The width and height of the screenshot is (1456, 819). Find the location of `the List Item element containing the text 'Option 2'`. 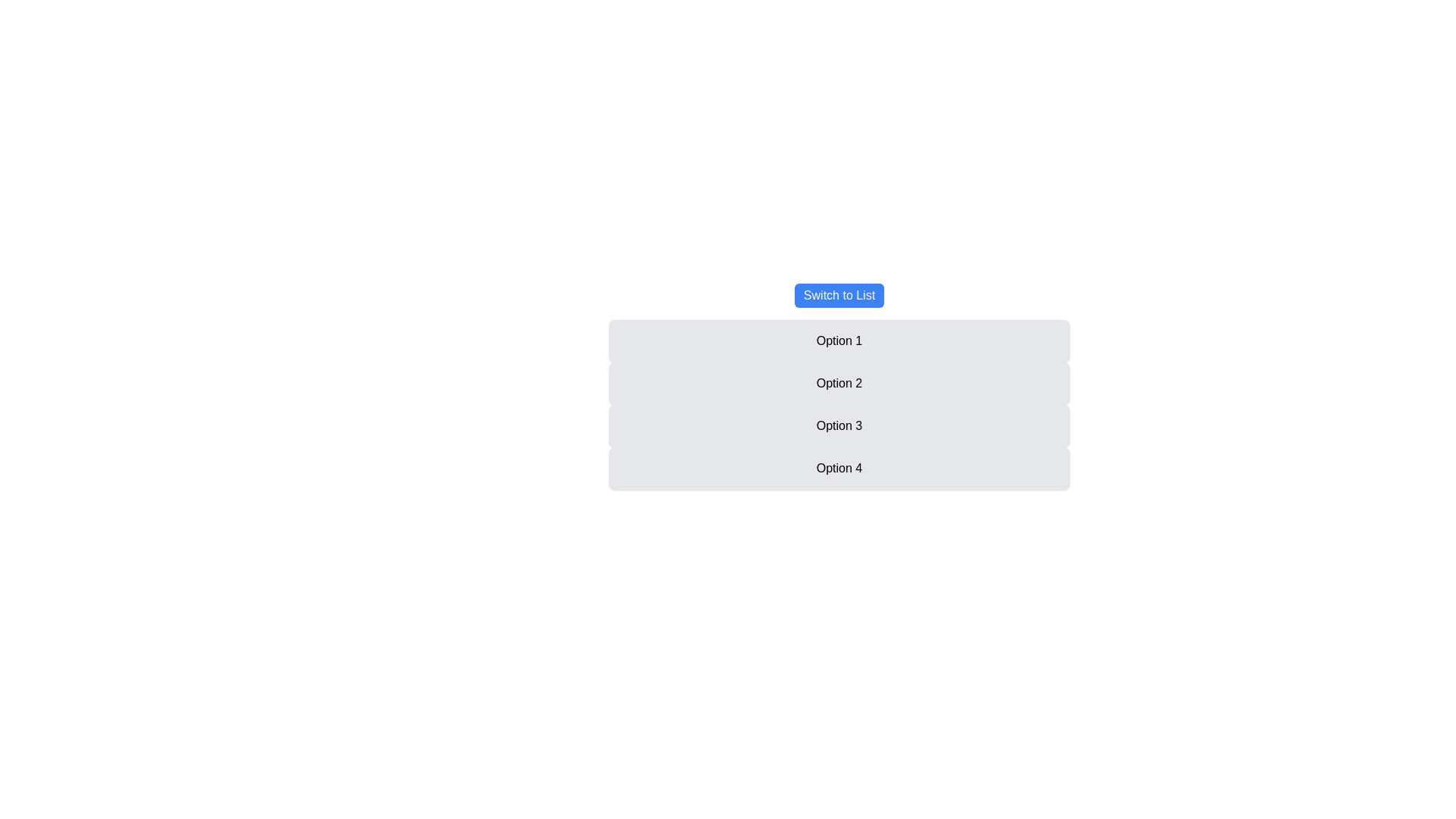

the List Item element containing the text 'Option 2' is located at coordinates (839, 385).